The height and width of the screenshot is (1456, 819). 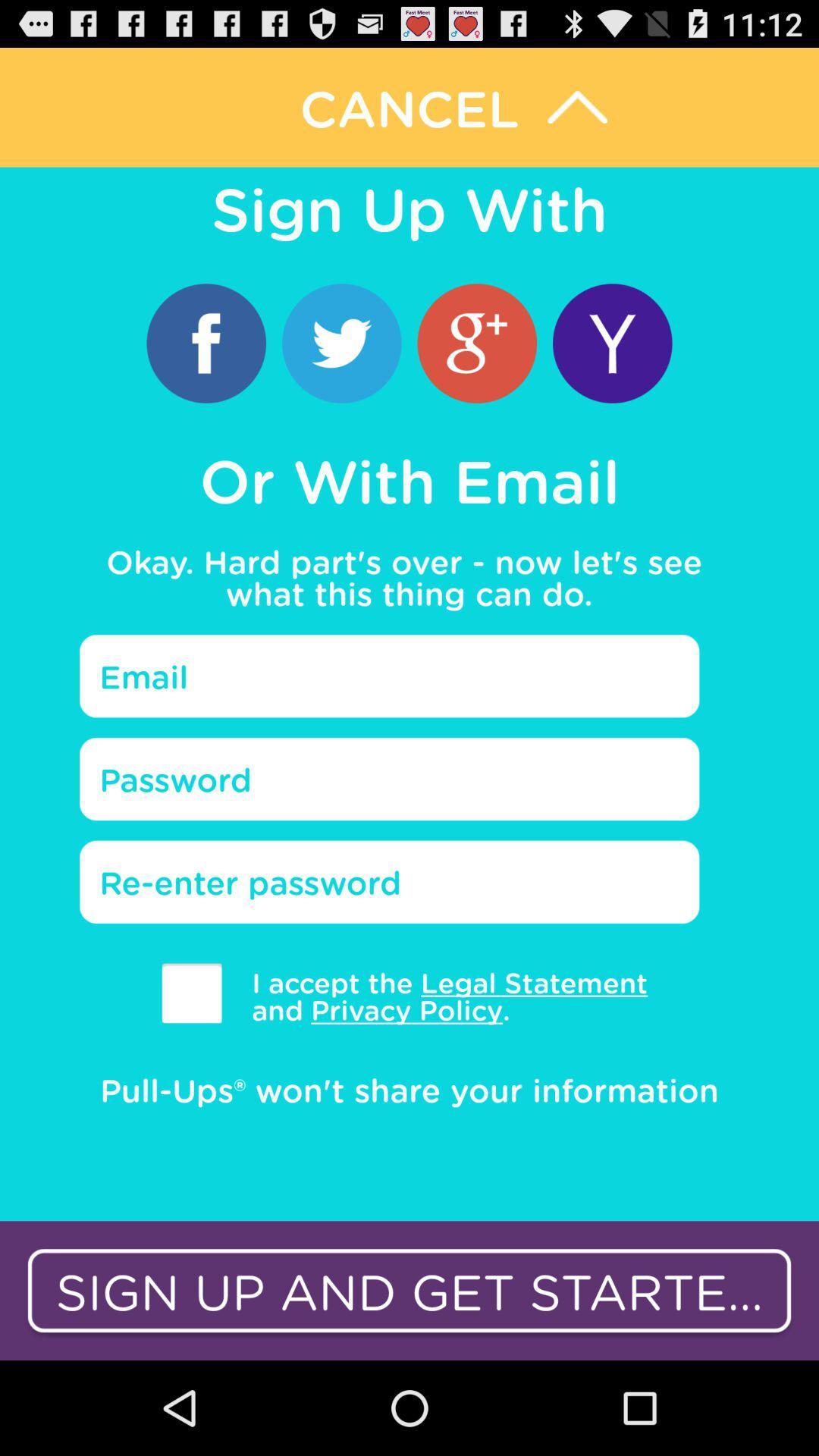 What do you see at coordinates (341, 342) in the screenshot?
I see `login with twitter` at bounding box center [341, 342].